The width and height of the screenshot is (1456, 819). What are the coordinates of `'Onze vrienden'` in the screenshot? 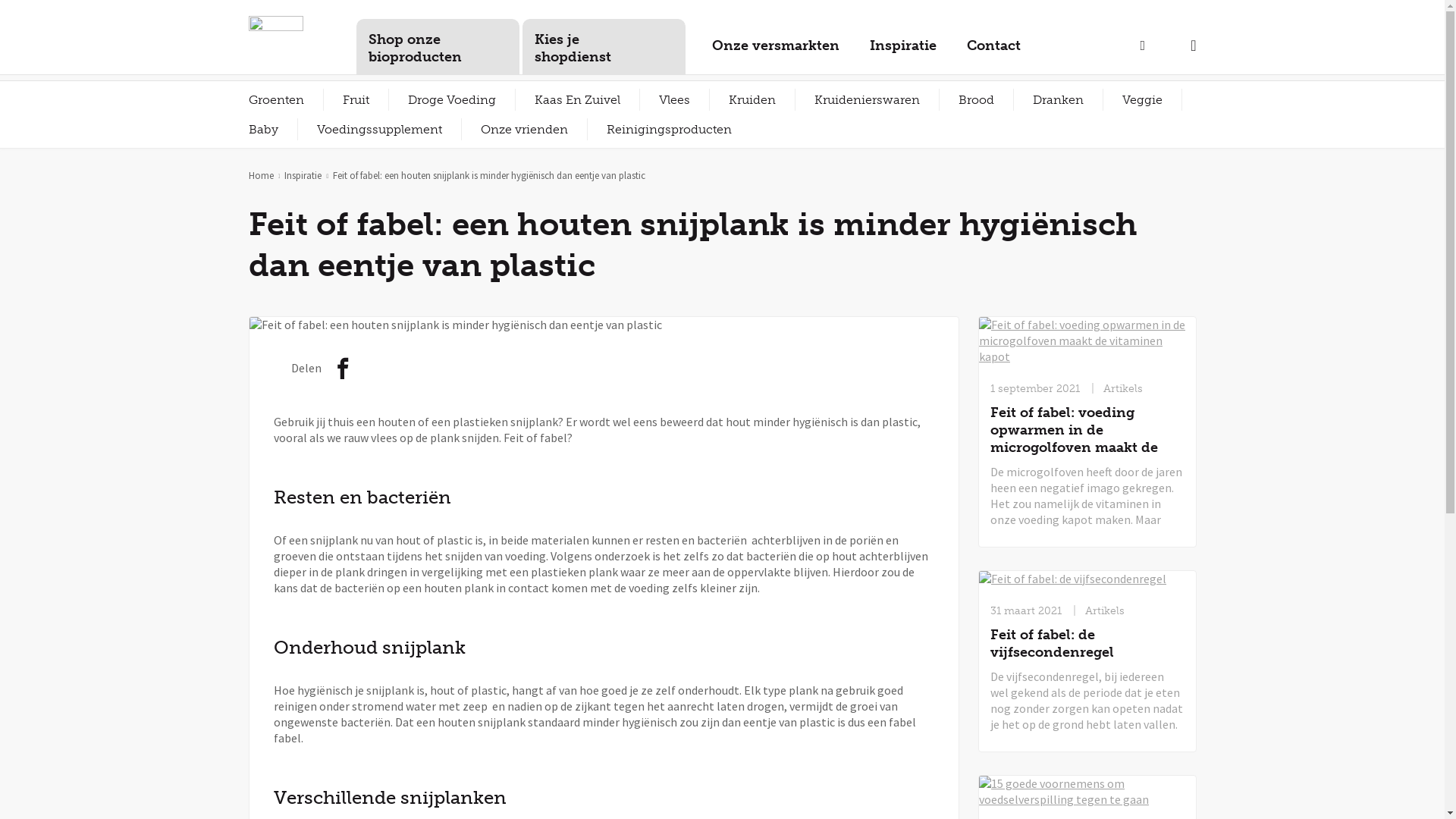 It's located at (460, 128).